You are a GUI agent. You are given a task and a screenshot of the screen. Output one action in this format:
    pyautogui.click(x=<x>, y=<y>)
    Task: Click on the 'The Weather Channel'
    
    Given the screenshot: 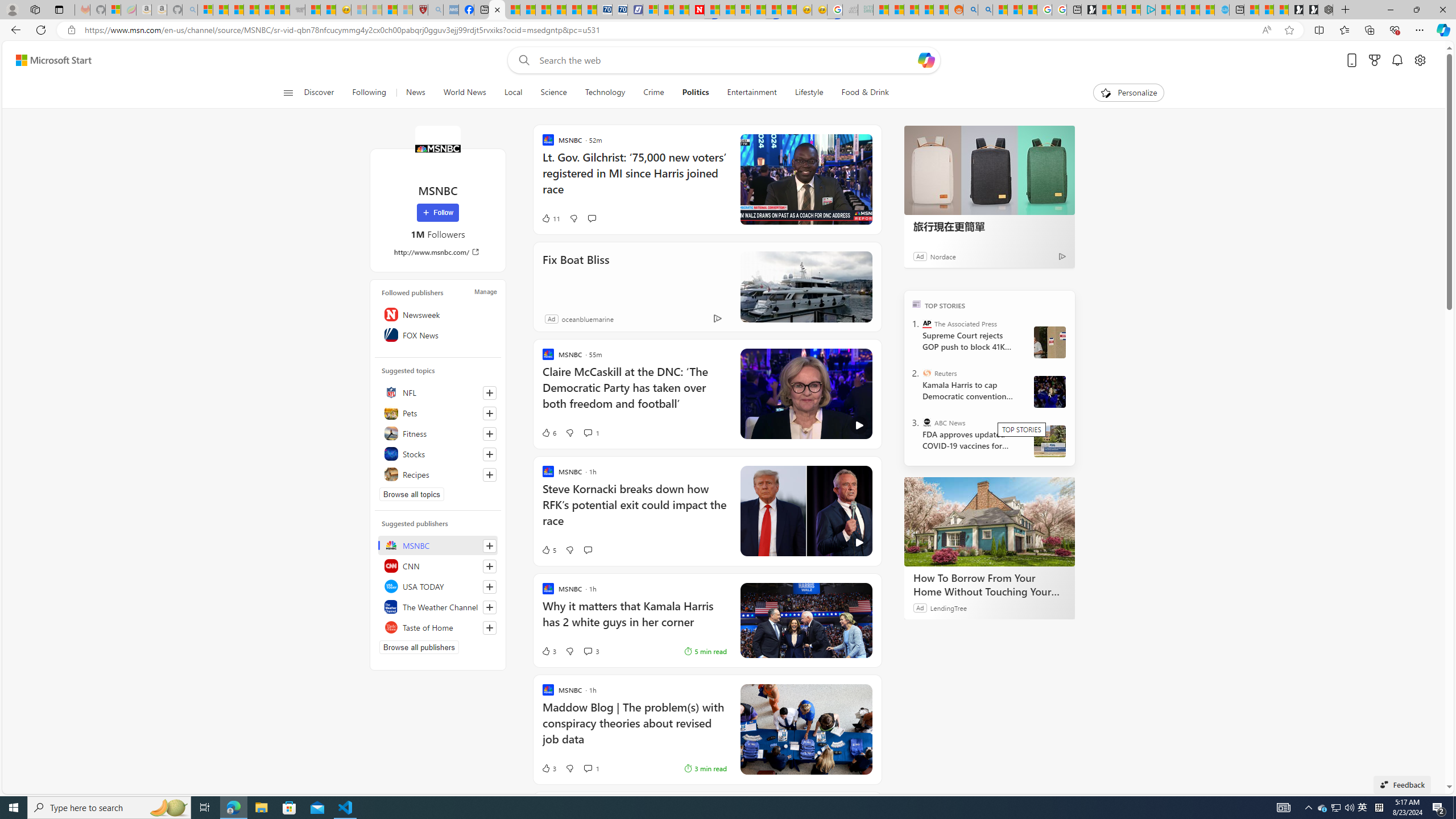 What is the action you would take?
    pyautogui.click(x=438, y=606)
    